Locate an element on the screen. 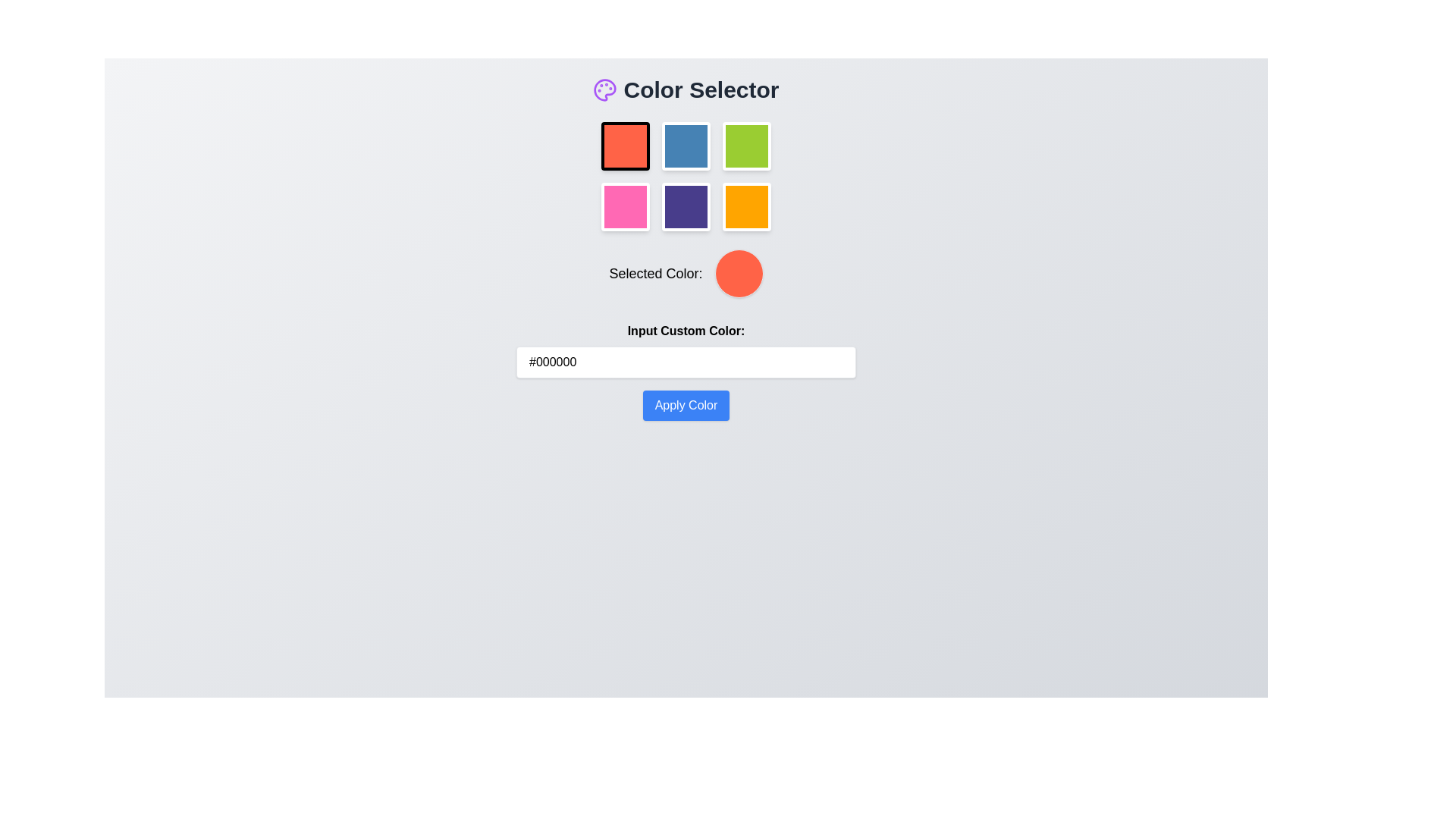  the label that guides users to input a custom color, positioned above the text input field is located at coordinates (685, 330).